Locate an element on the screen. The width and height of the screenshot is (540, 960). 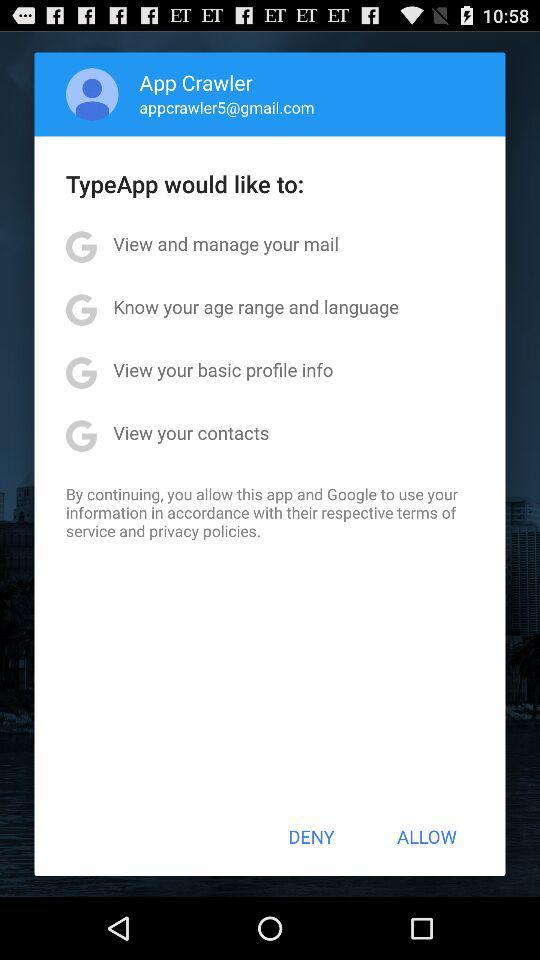
icon next to app crawler app is located at coordinates (91, 94).